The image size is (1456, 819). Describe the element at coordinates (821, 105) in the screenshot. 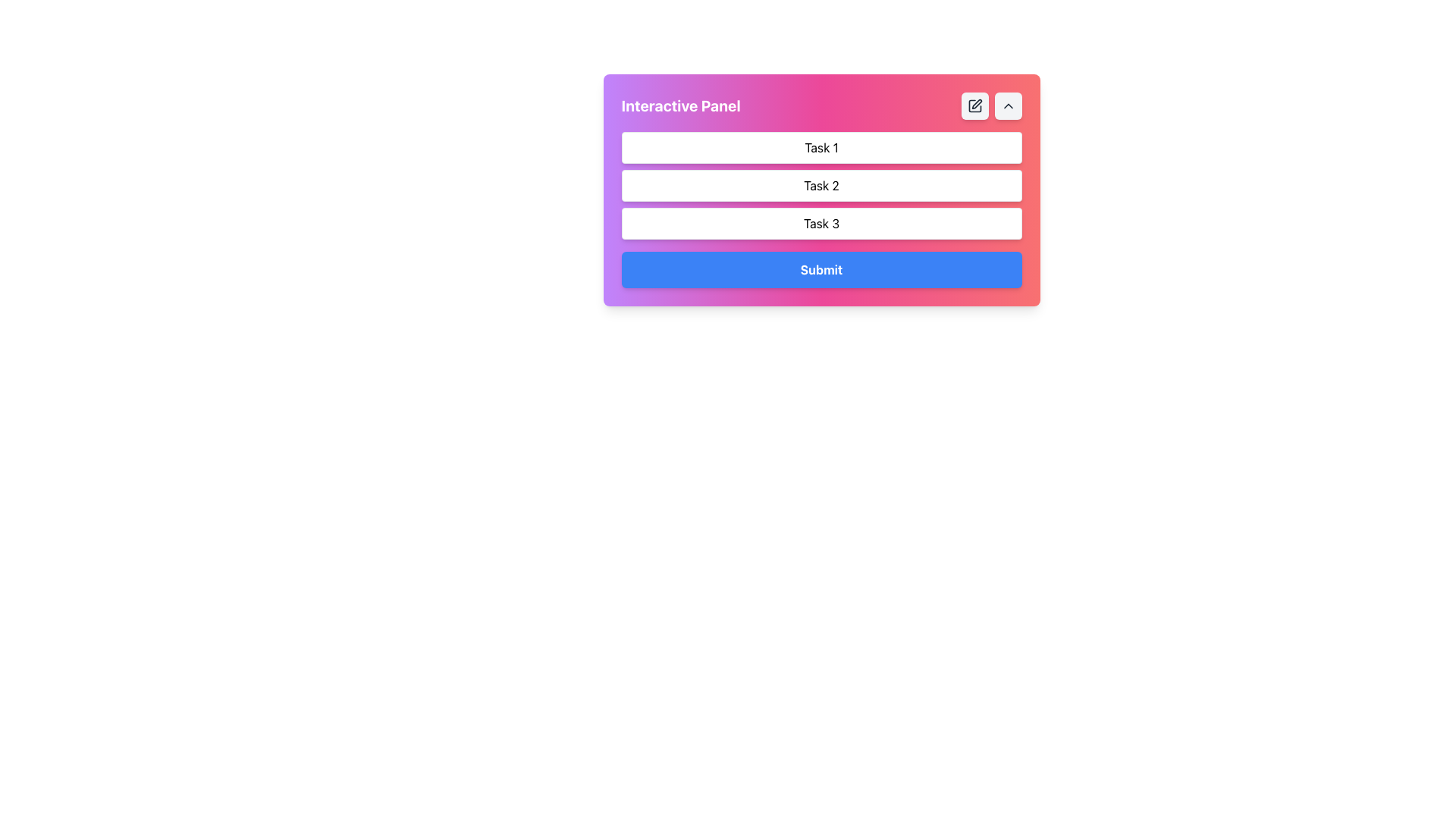

I see `the Text element with a background that serves as the title or header for the card interface, located at the topmost section of the card above the 'Task 1' button` at that location.